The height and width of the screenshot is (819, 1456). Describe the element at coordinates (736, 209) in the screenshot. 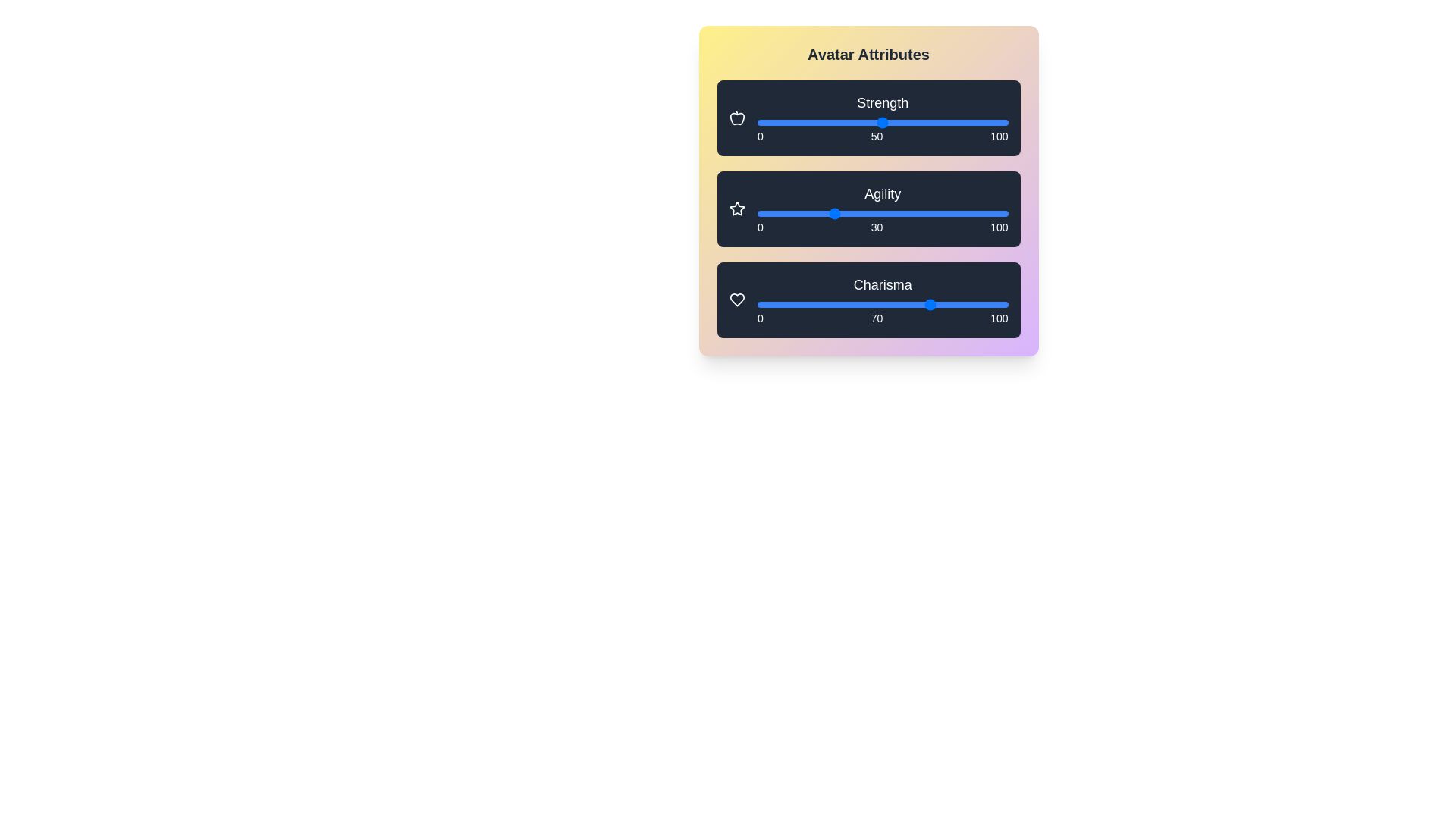

I see `the star icon next to the 'Agility' slider` at that location.